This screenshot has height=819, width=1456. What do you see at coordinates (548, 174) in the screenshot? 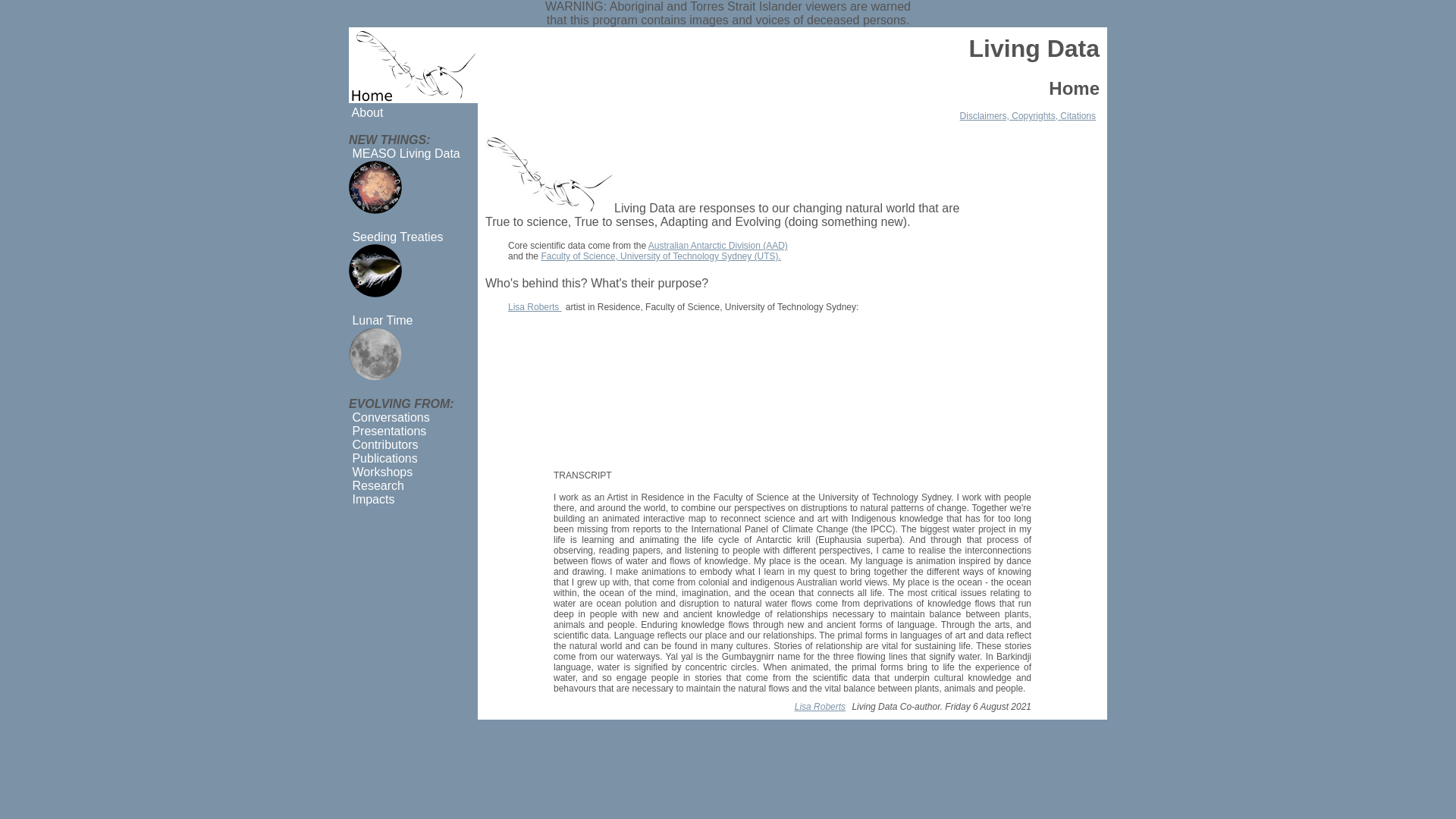
I see `'Euphausia superba (Antarctic krill)'` at bounding box center [548, 174].